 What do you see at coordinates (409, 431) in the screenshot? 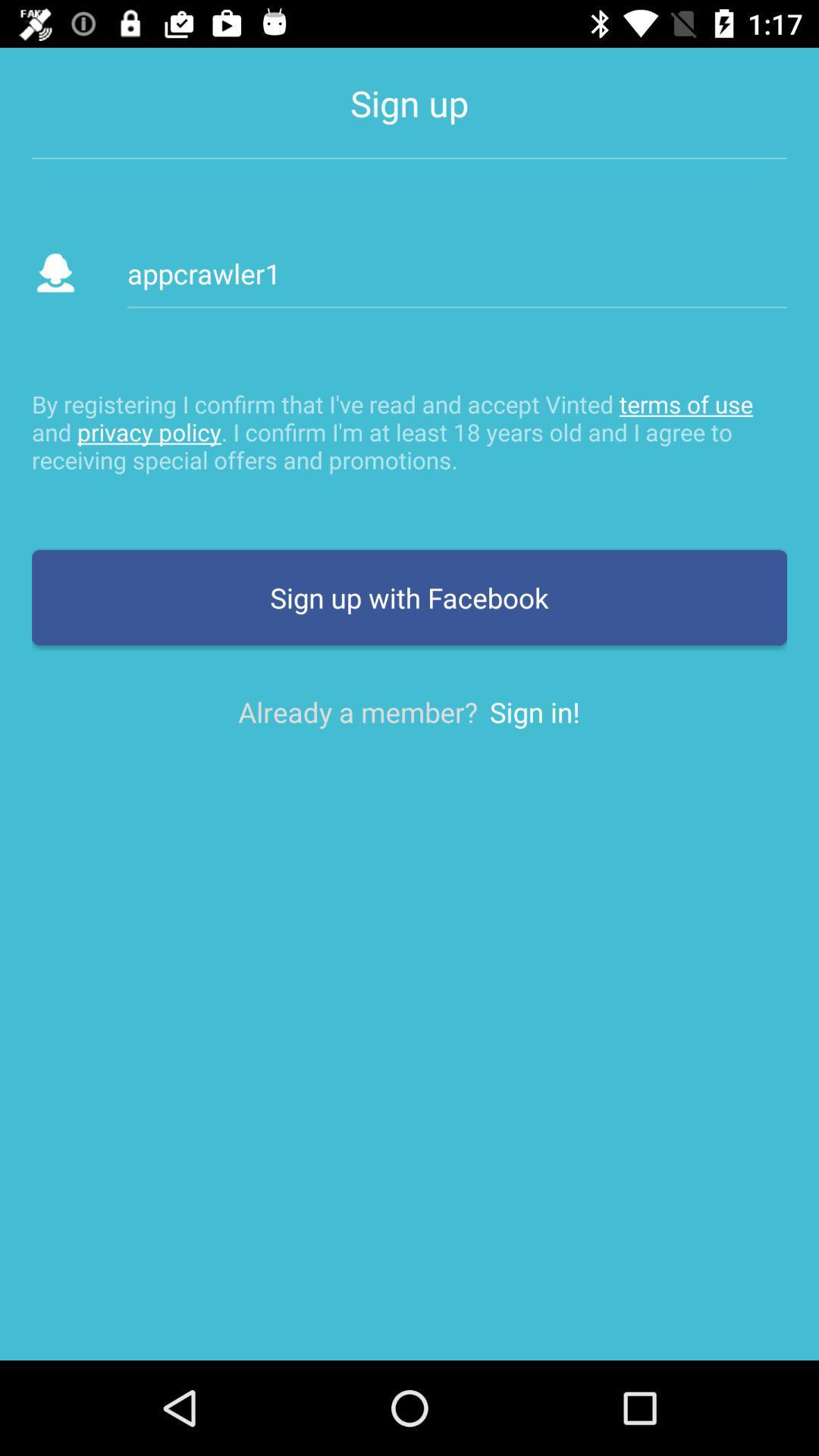
I see `item above the sign up with` at bounding box center [409, 431].